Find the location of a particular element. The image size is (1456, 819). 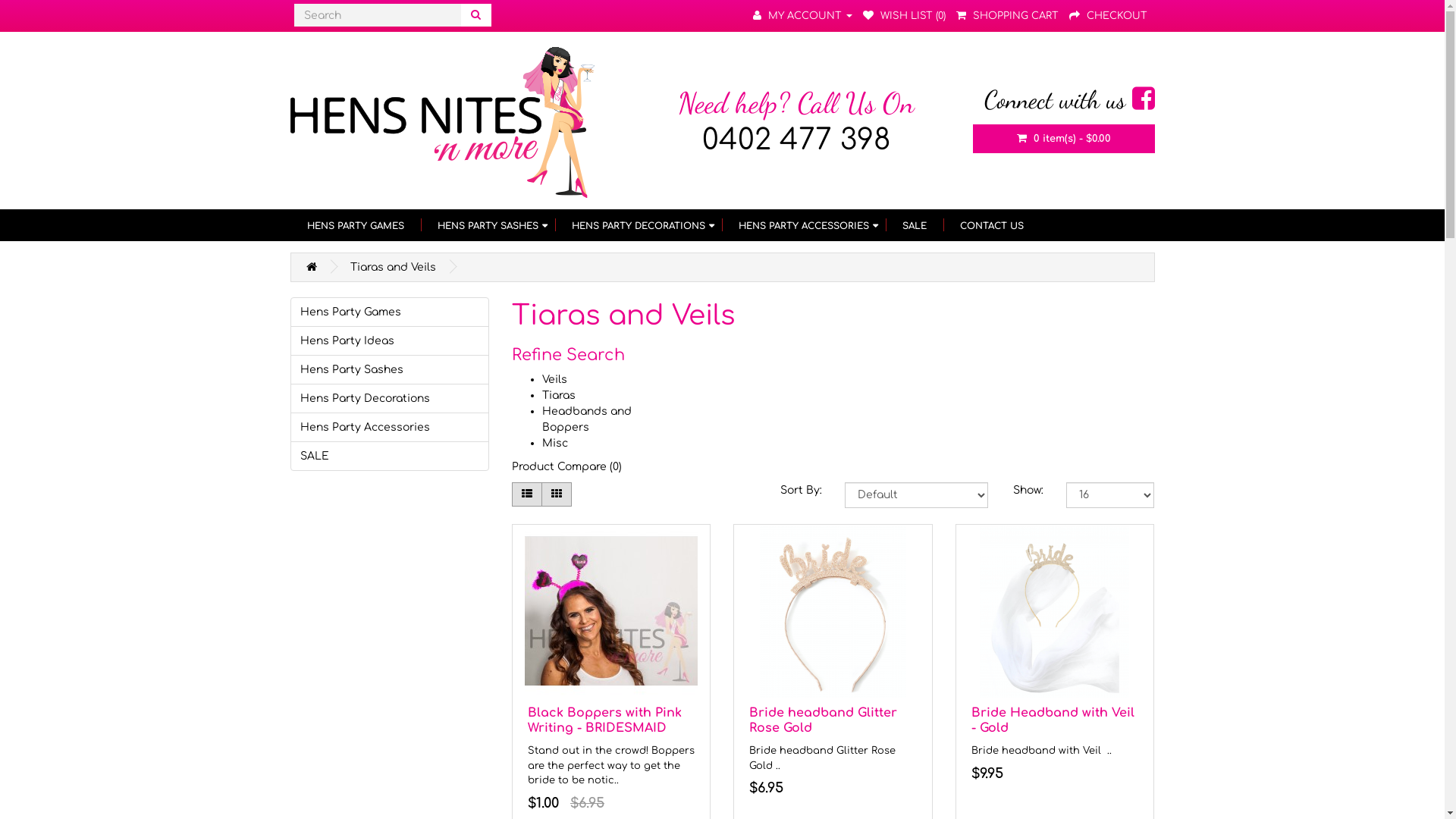

'HENS PARTY SASHES' is located at coordinates (419, 225).